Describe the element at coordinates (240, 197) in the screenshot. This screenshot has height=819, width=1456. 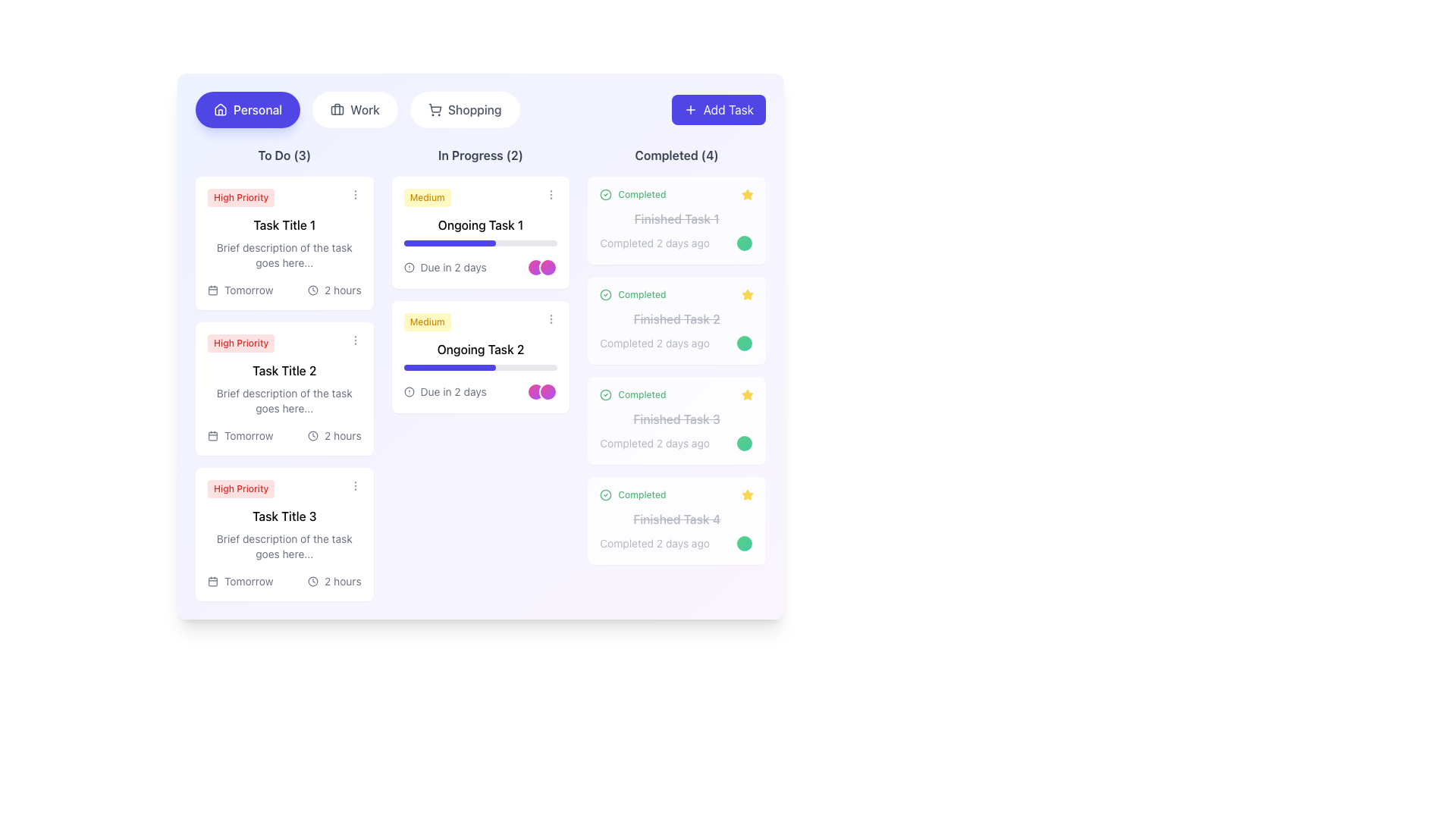
I see `the 'High Priority' label, which is a small, pill-shaped label with a red border and light red background located at the top-left of the first task card in the 'To Do' column` at that location.